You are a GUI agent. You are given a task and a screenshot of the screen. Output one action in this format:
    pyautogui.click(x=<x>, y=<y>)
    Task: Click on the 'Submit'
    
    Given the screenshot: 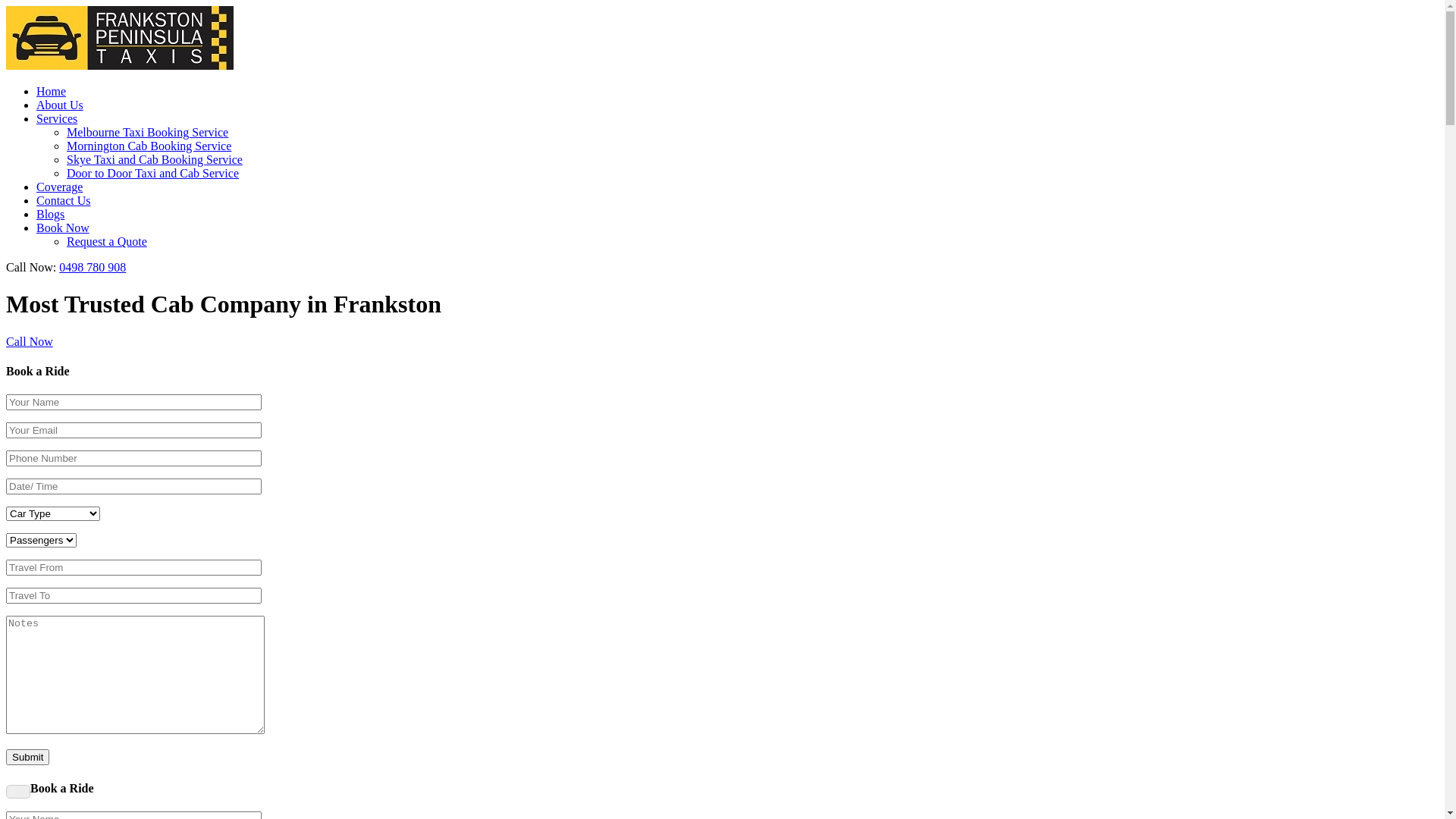 What is the action you would take?
    pyautogui.click(x=27, y=757)
    